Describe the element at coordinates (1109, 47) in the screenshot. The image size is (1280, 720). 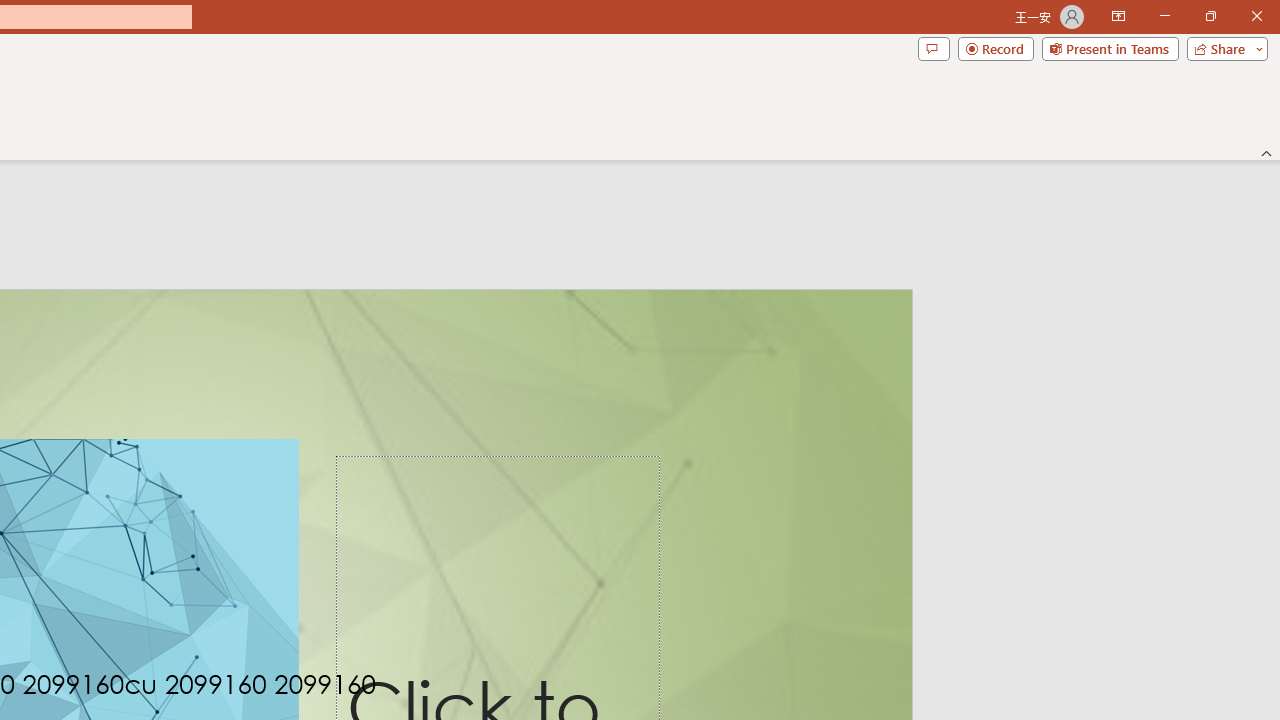
I see `'Present in Teams'` at that location.